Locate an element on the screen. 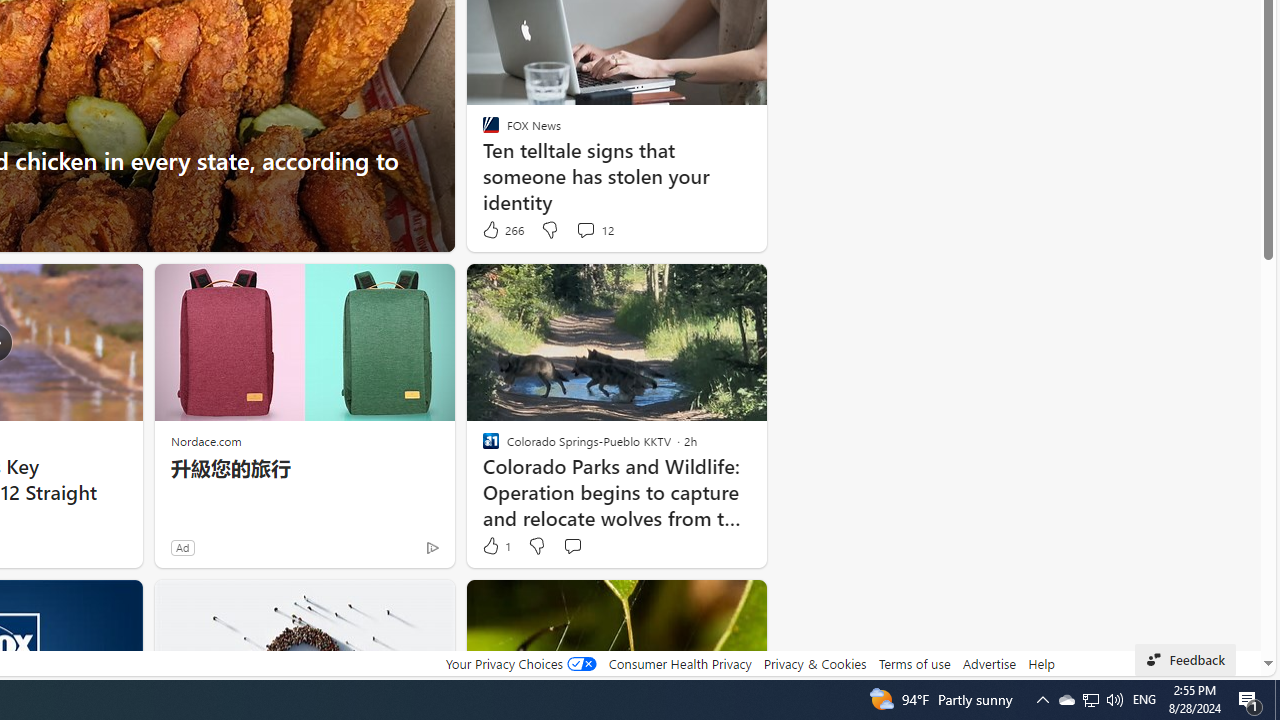 This screenshot has width=1280, height=720. 'Nordace.com' is located at coordinates (206, 440).